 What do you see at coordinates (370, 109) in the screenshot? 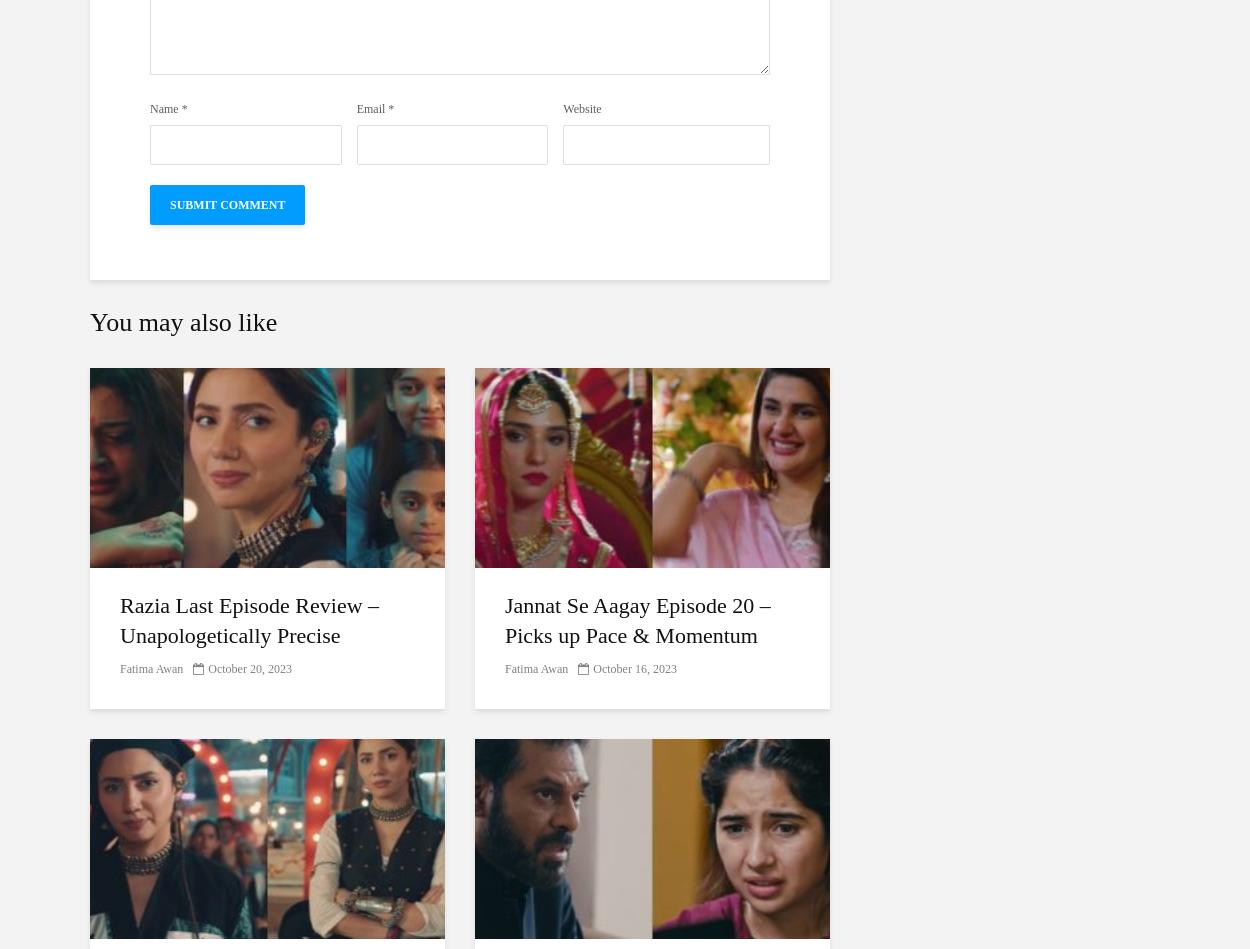
I see `'Email'` at bounding box center [370, 109].